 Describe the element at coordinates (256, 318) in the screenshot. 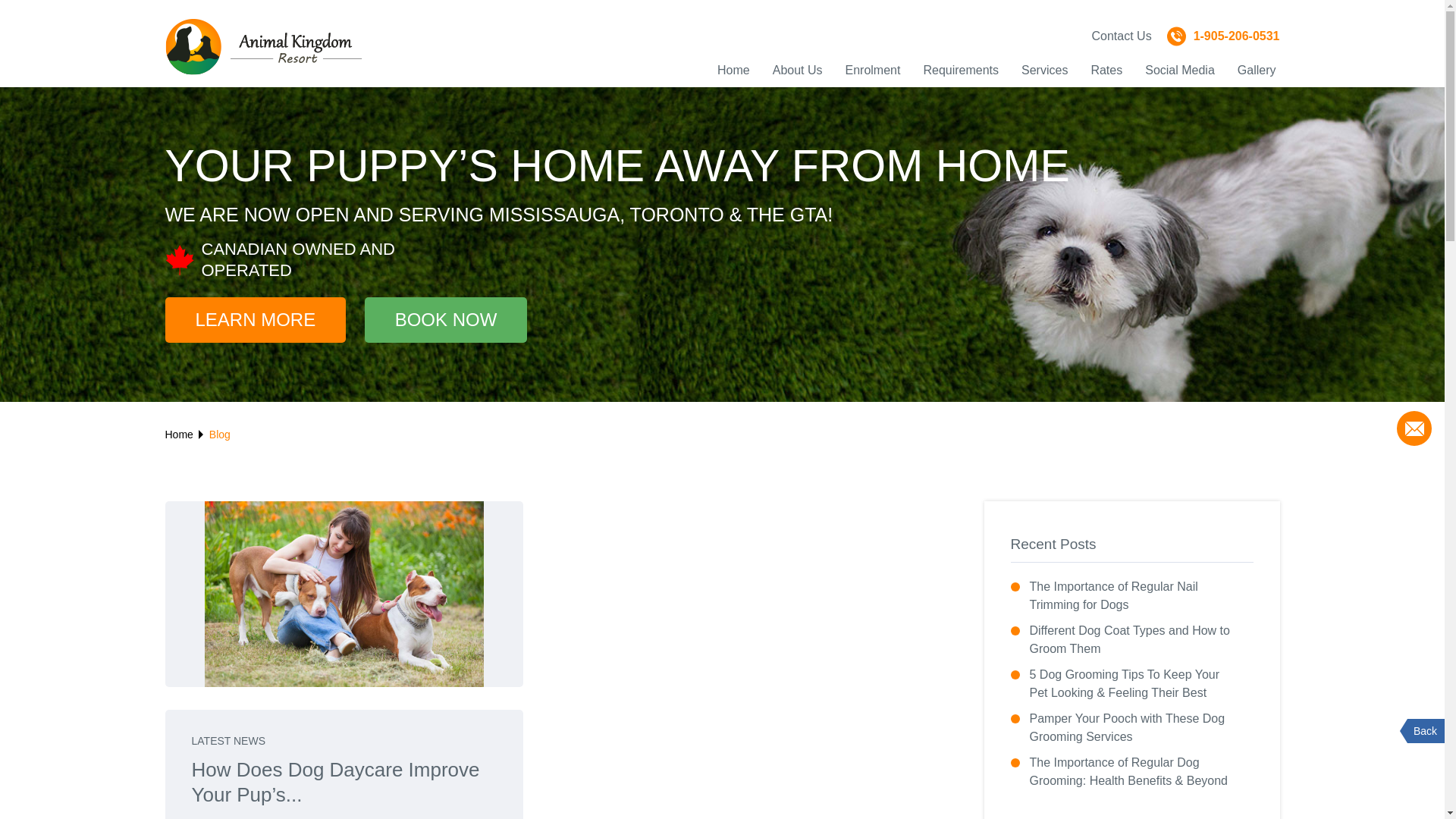

I see `'LEARN MORE'` at that location.